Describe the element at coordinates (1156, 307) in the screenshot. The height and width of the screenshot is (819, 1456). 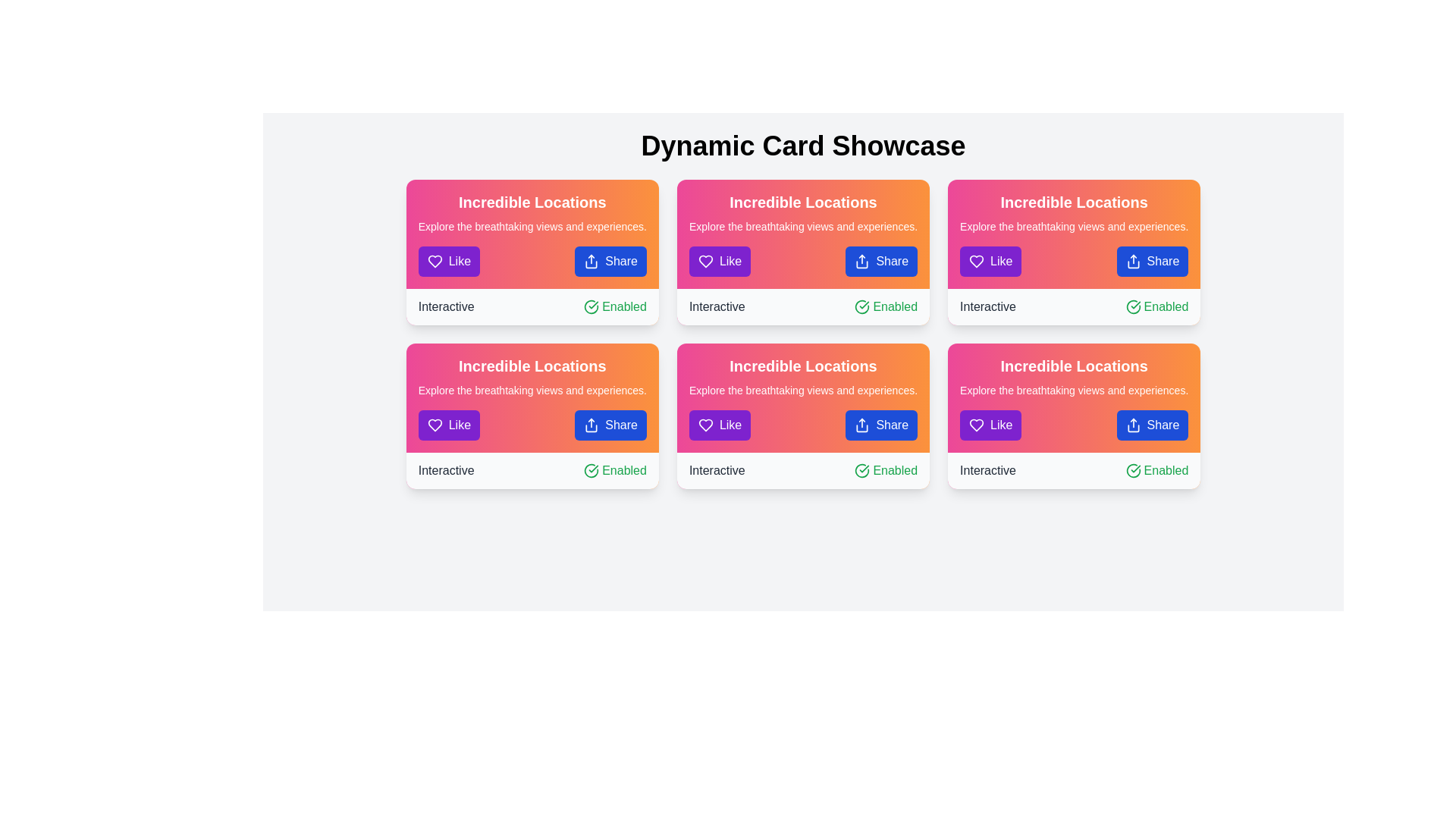
I see `the label with icon located in the bottom-right corner of the second card in the first row of the grid layout` at that location.